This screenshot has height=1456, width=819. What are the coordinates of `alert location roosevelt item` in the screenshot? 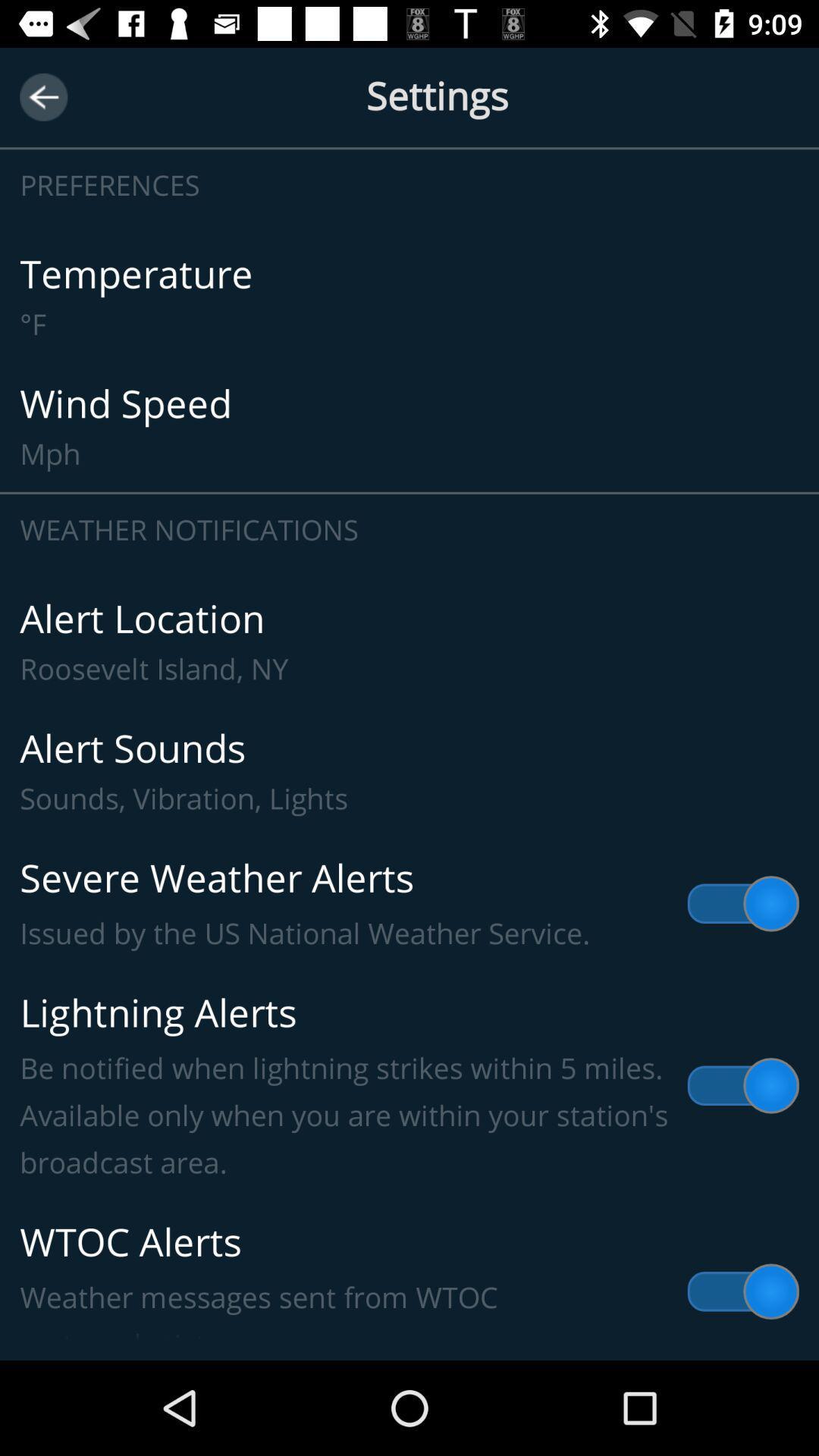 It's located at (409, 642).